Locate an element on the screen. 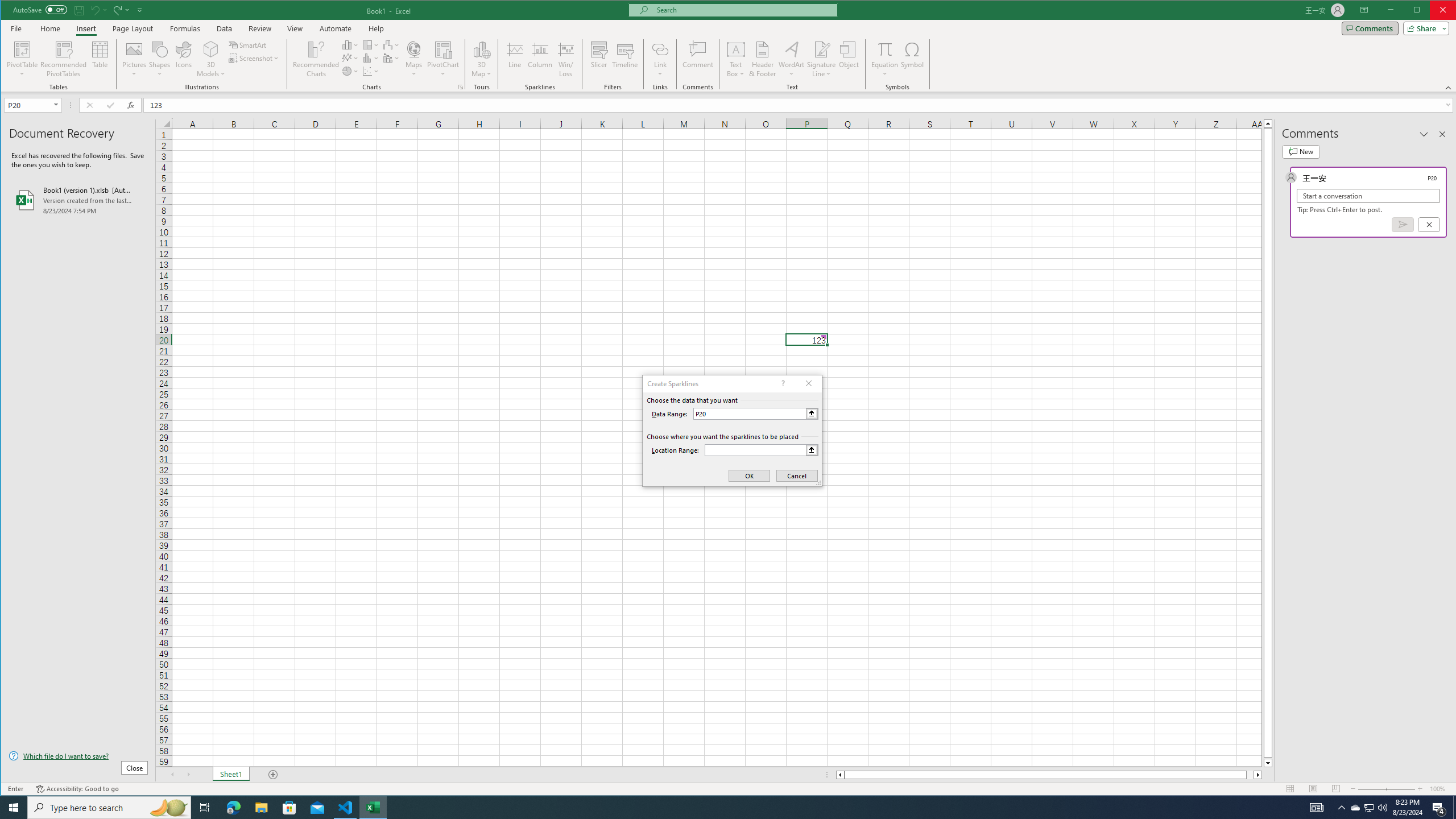  'Close pane' is located at coordinates (1442, 134).